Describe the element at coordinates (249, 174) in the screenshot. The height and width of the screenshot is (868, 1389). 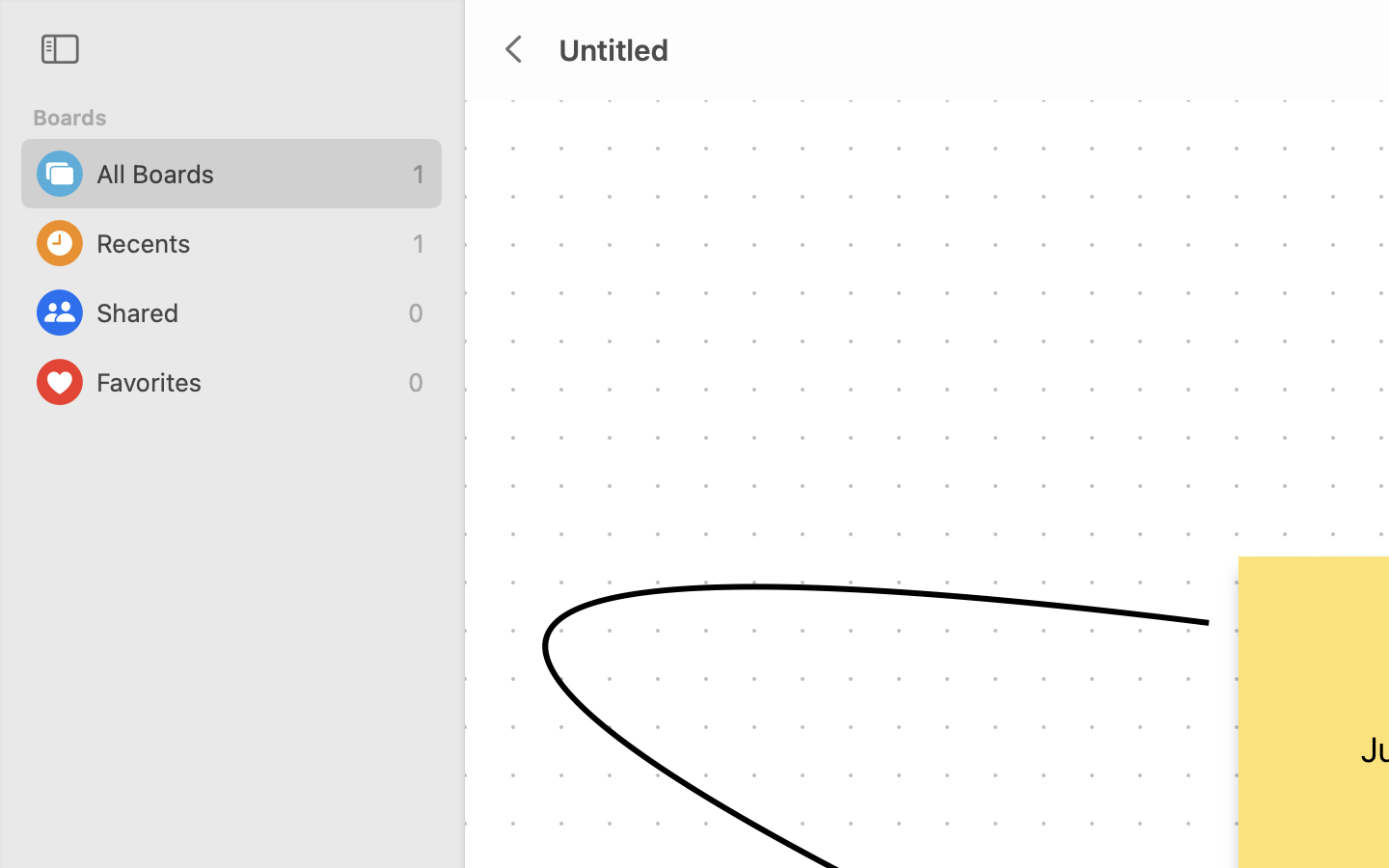
I see `'All Boards'` at that location.